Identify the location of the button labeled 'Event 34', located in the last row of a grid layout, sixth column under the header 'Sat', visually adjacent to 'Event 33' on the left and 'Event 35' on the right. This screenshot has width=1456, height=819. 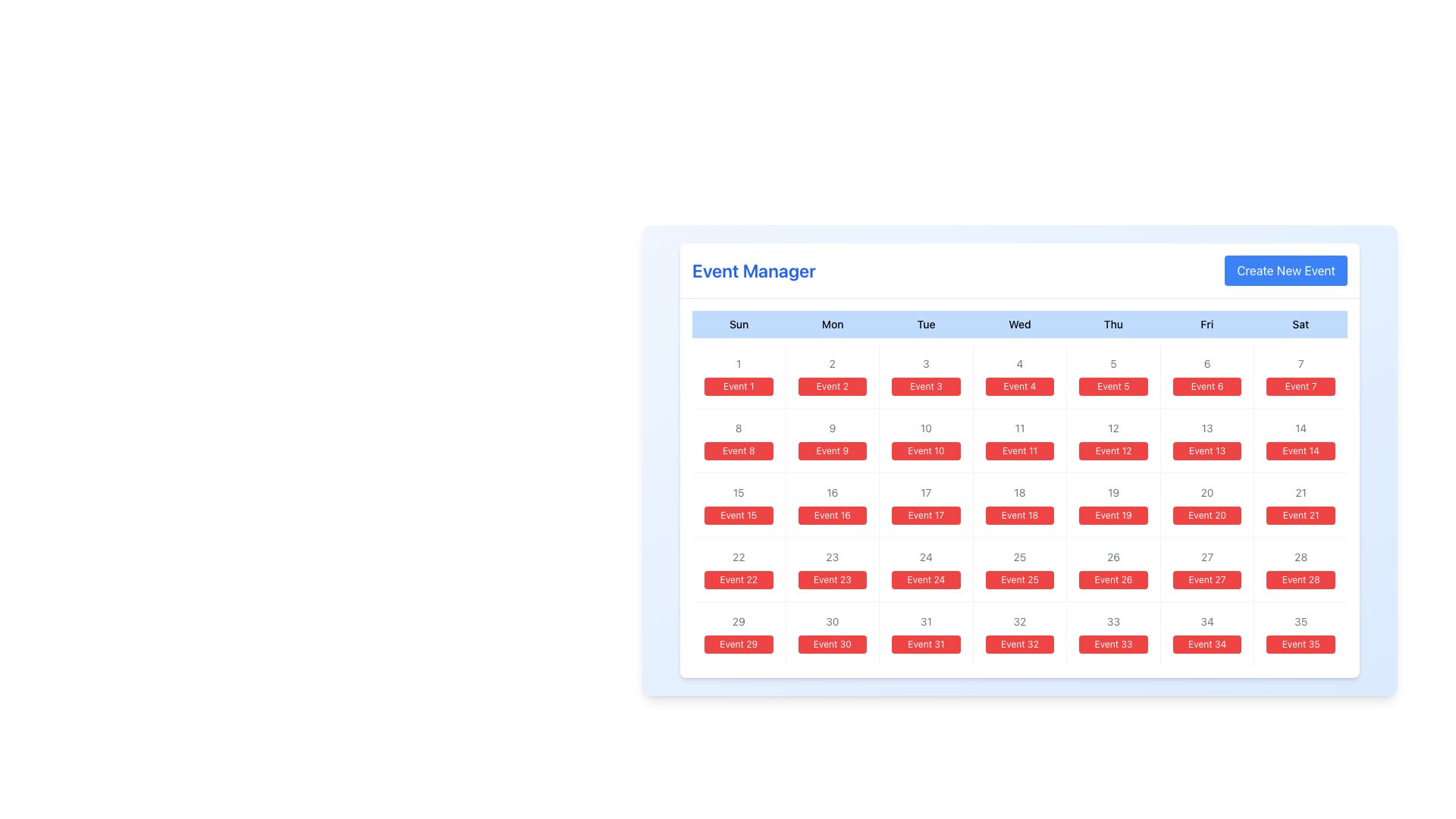
(1207, 644).